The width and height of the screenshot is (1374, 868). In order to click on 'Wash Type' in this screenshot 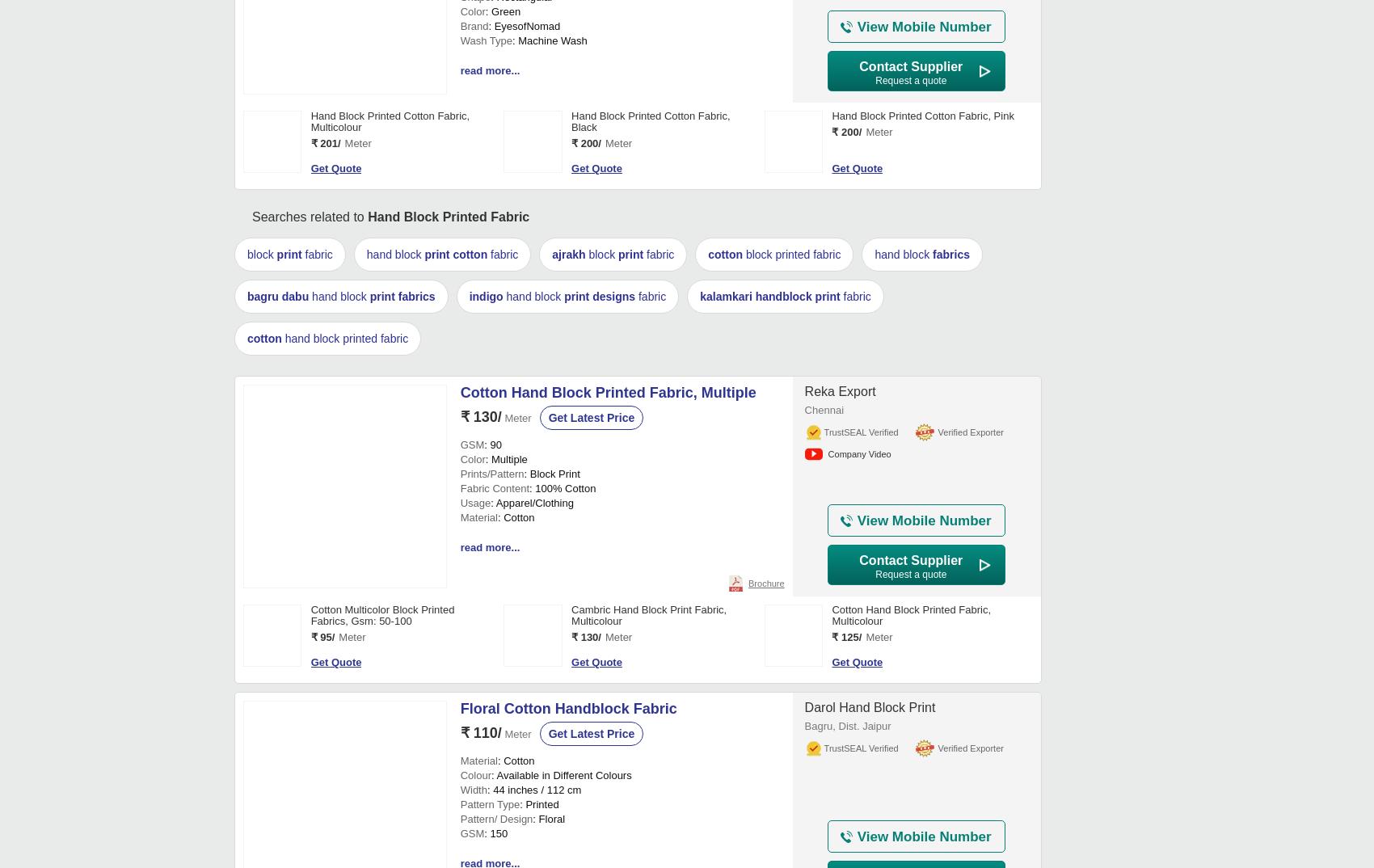, I will do `click(485, 535)`.